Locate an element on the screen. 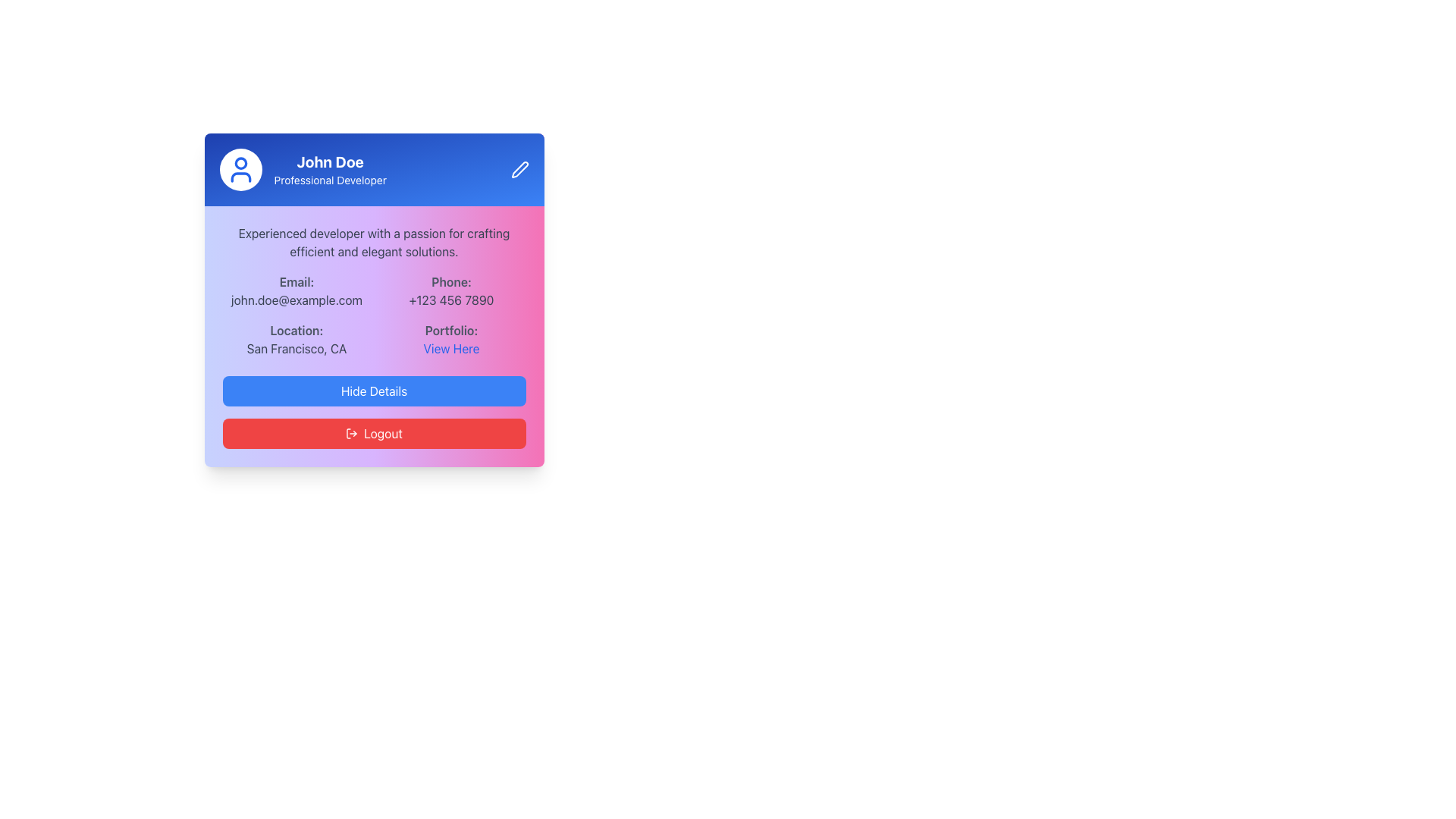  the hyperlink text link located below the email and phone details, adjacent to the 'Portfolio:' label in the lower half of the card is located at coordinates (450, 348).